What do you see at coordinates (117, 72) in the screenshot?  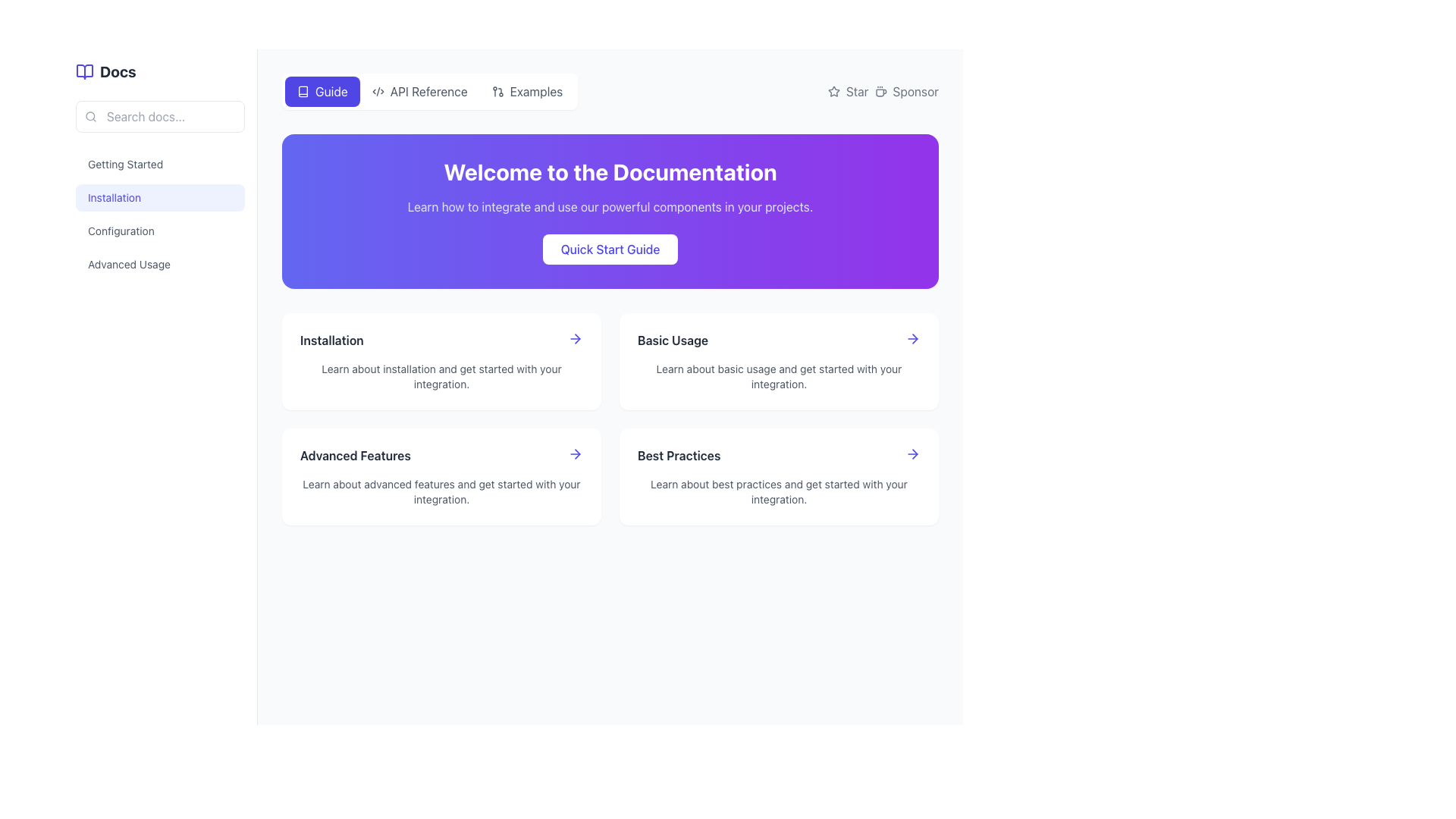 I see `the 'Docs' text label, which is styled in bold, larger size, and dark gray color, located in the top-left corner of the page adjacent to a book-like icon` at bounding box center [117, 72].